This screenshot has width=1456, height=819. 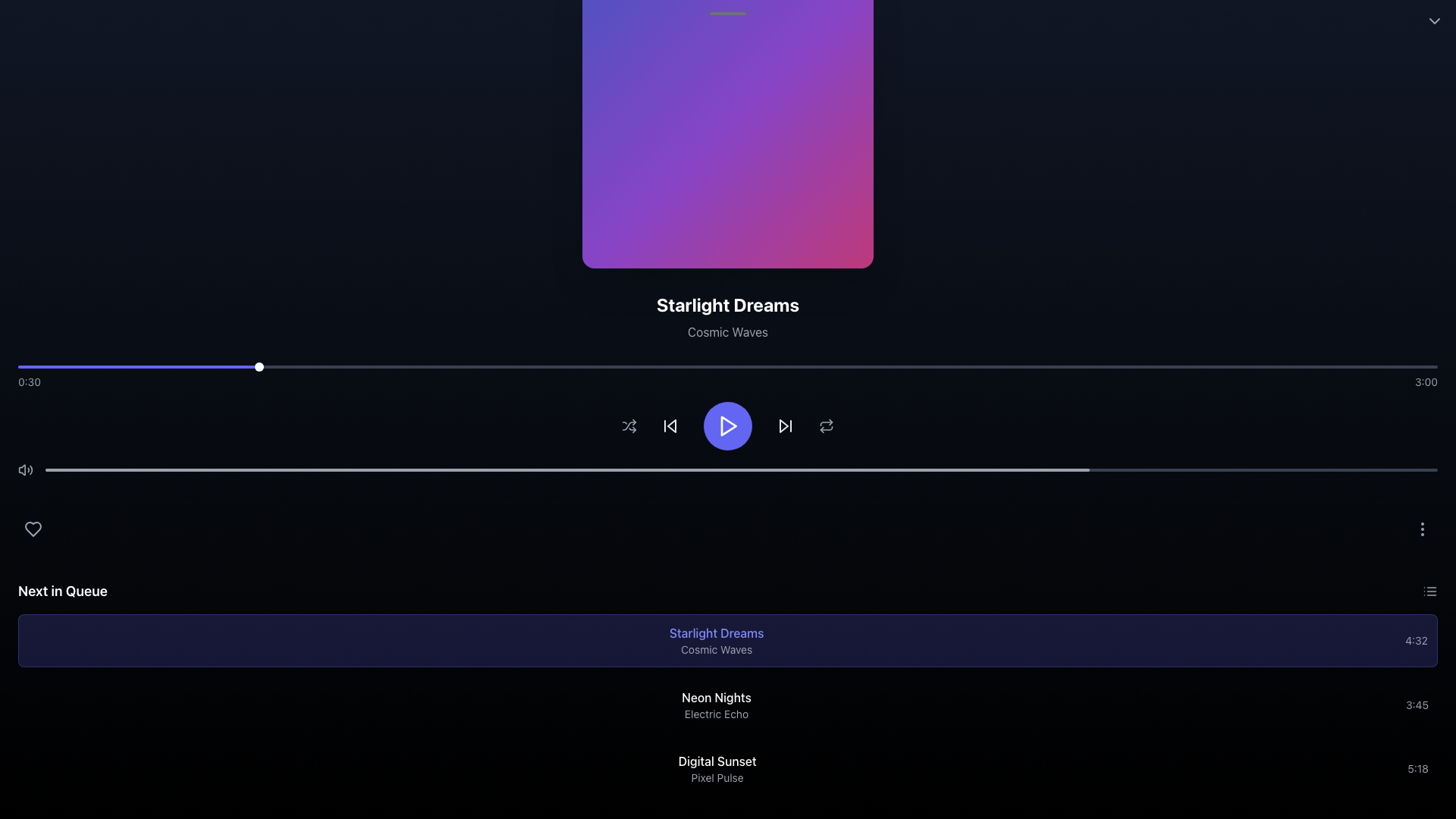 I want to click on the 'Skip Forward' button located to the right of the circular play button and to the left of the repeat control icon in the horizontal control bar at the bottom of the interface to skip forward in the media playlist, so click(x=786, y=426).